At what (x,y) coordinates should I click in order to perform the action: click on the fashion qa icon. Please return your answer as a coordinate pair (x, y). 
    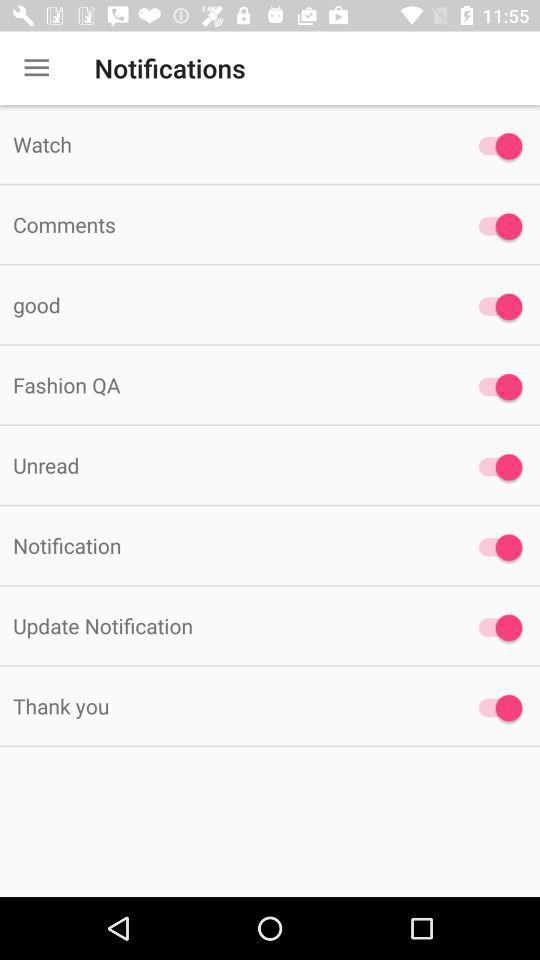
    Looking at the image, I should click on (224, 384).